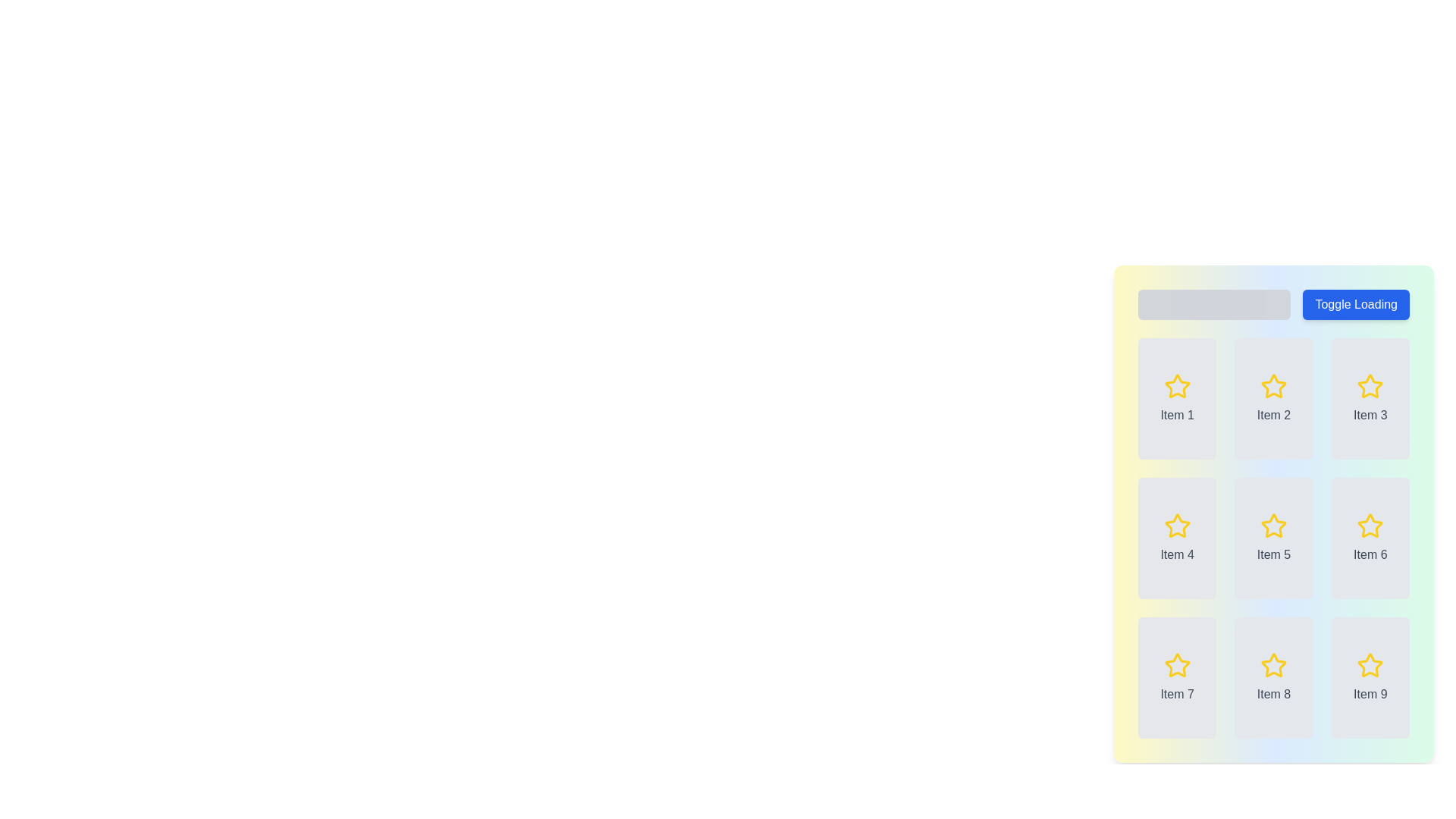 This screenshot has height=819, width=1456. I want to click on displayed text 'Item 8' from the text label located in the second row and second column of the grid layout, below the yellow star icon, so click(1274, 694).